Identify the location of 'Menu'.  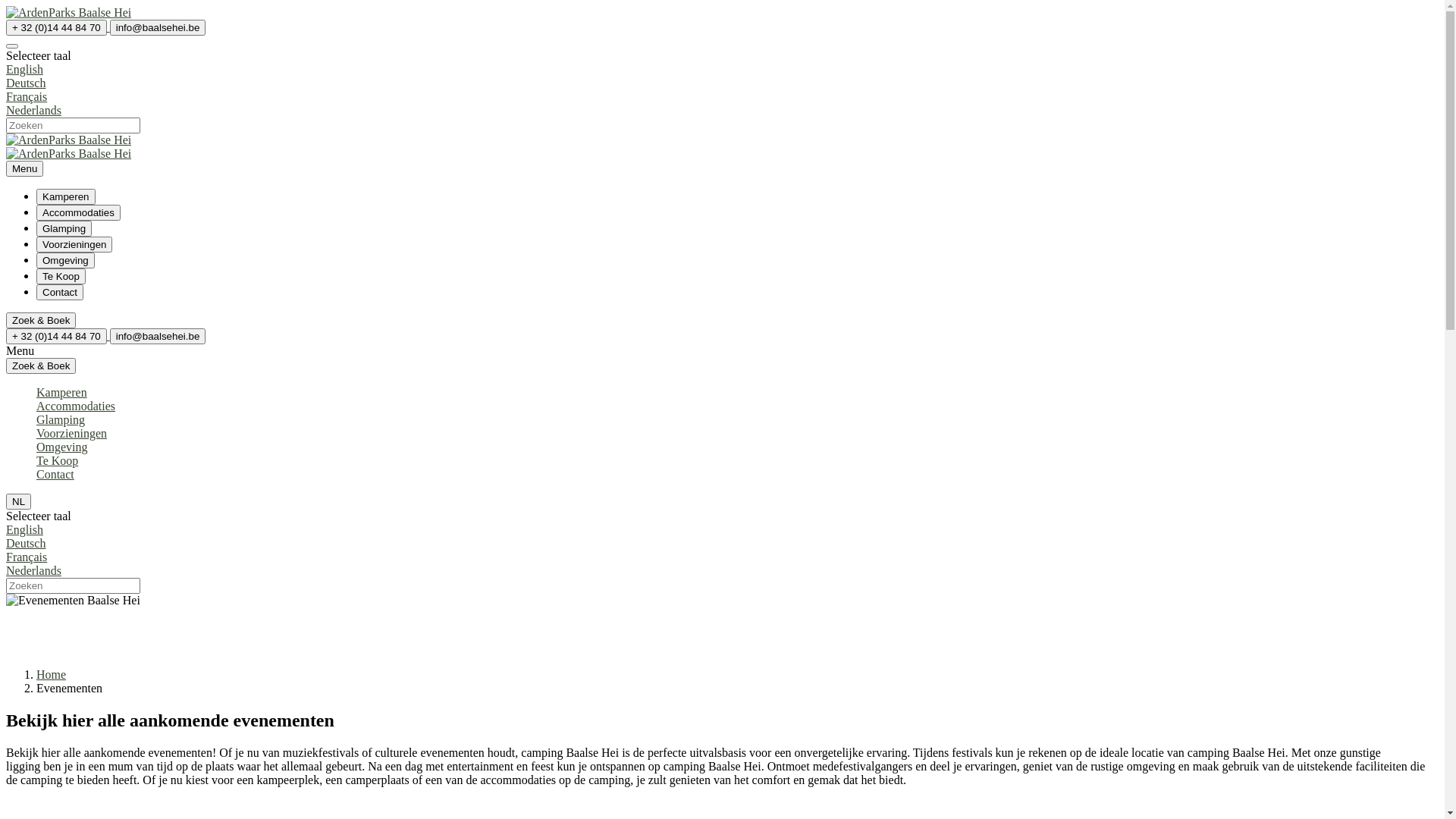
(24, 168).